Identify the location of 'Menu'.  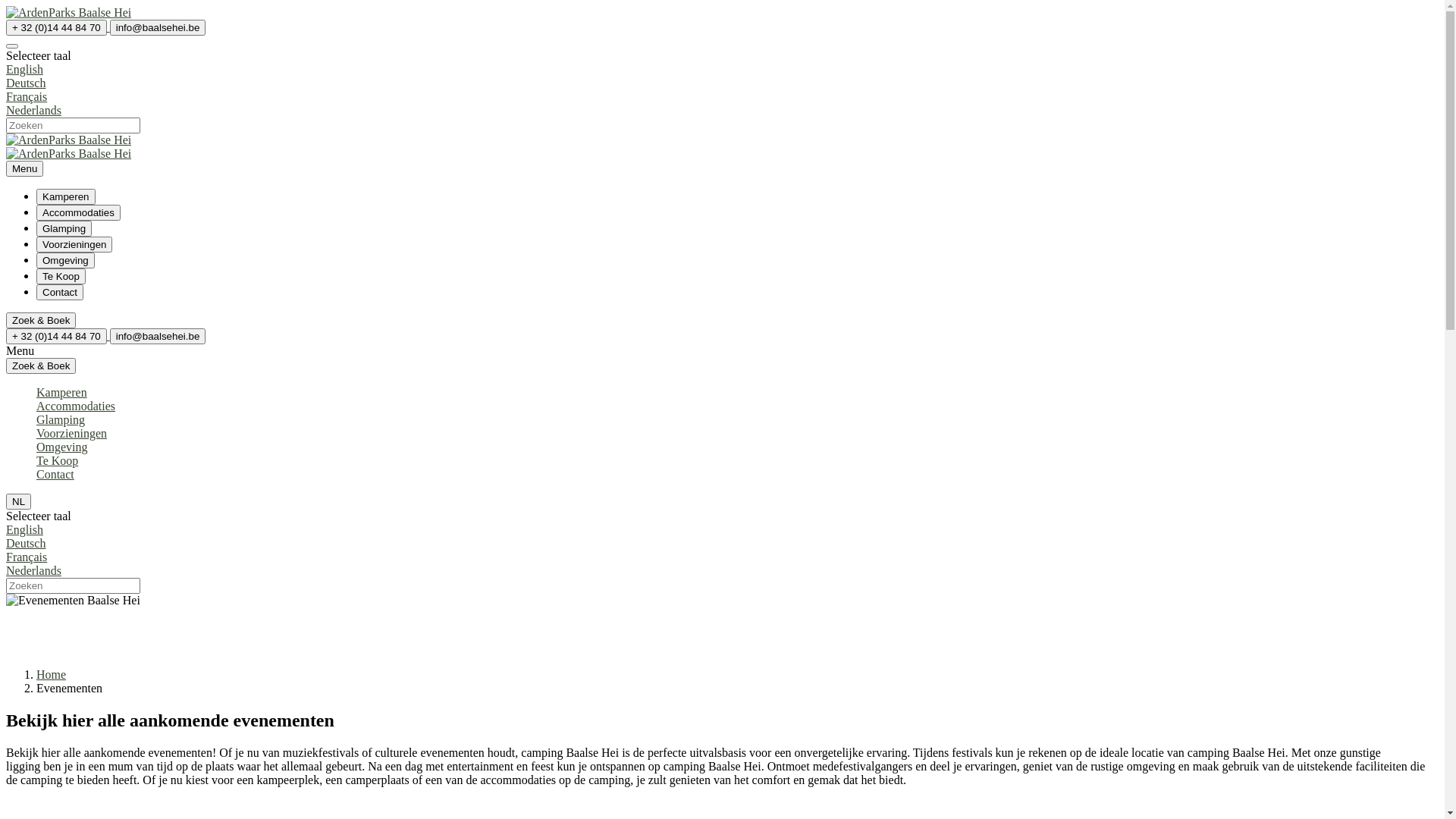
(24, 168).